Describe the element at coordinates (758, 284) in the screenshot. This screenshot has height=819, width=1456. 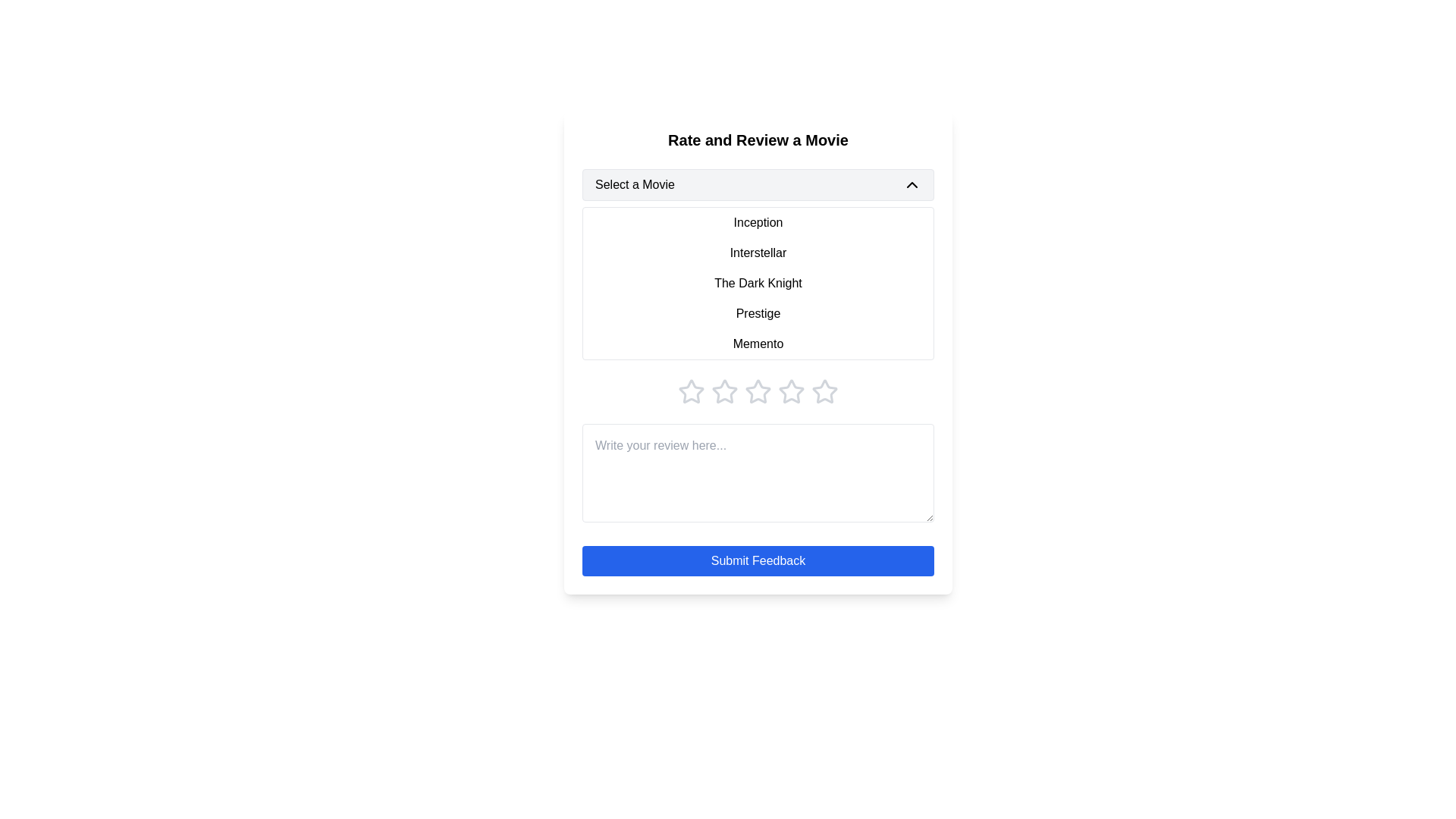
I see `a row in the dropdown menu` at that location.